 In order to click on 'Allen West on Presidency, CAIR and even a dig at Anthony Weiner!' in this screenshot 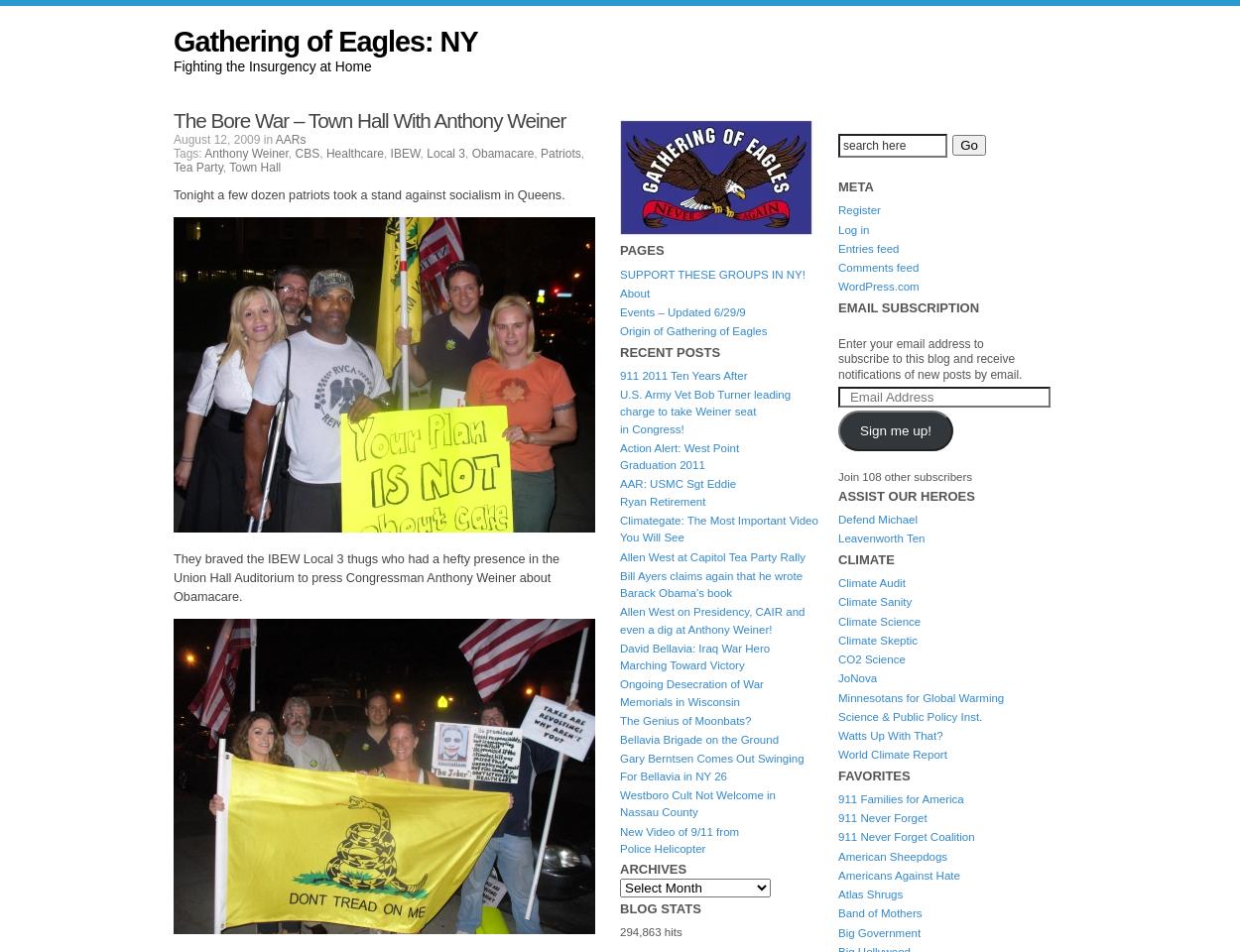, I will do `click(711, 619)`.